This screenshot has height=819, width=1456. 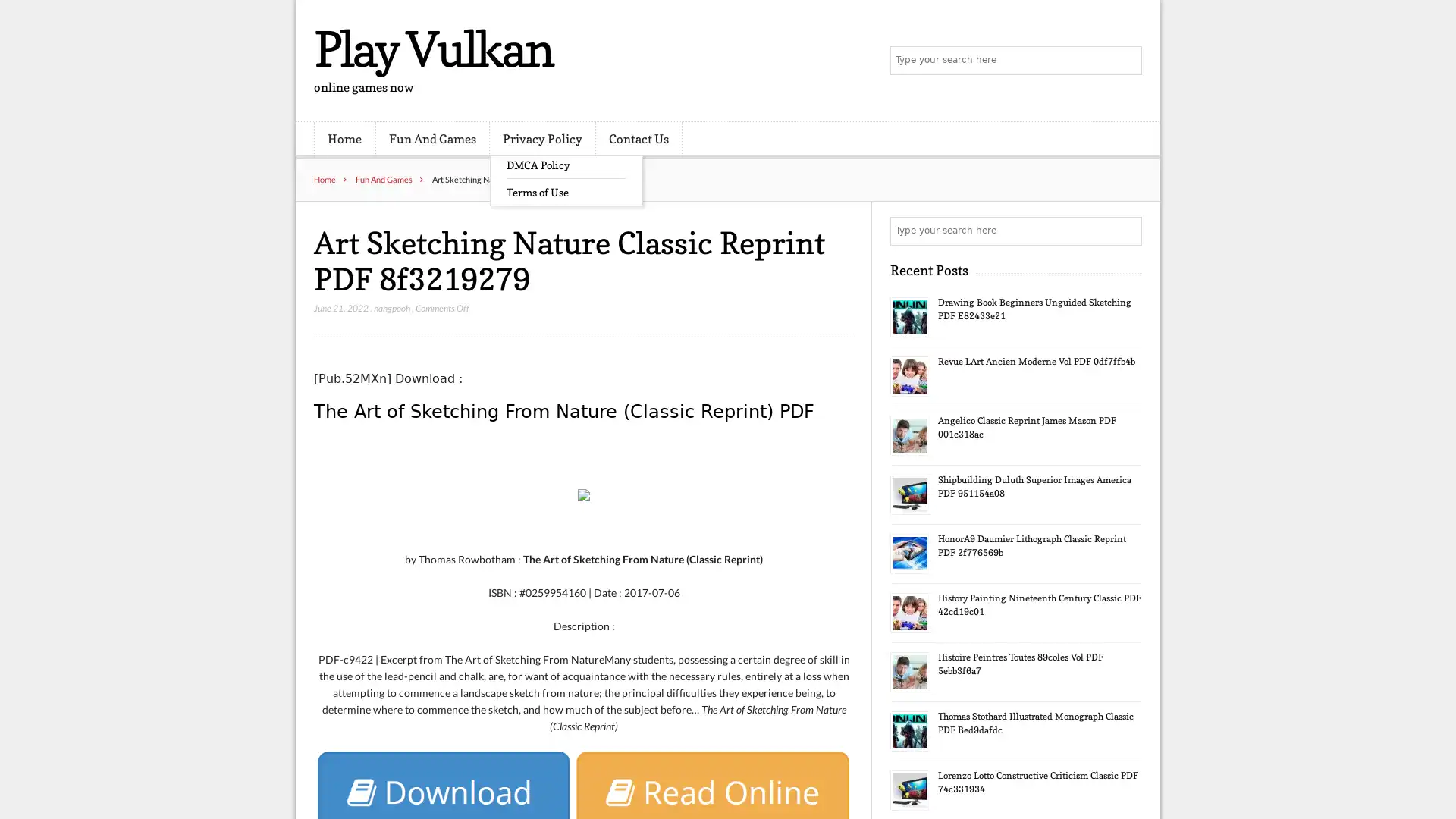 I want to click on Search, so click(x=1126, y=231).